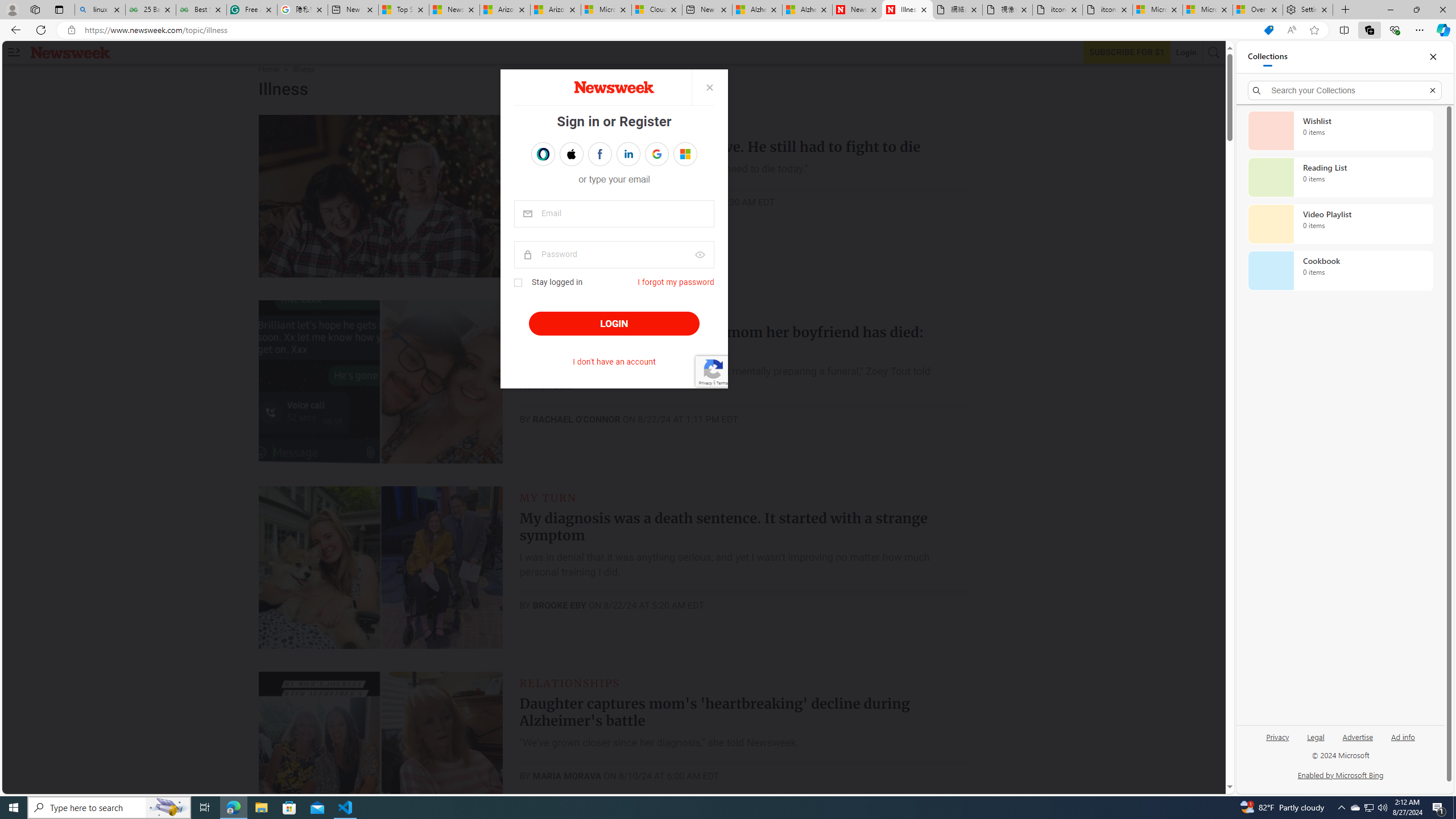 This screenshot has width=1456, height=819. Describe the element at coordinates (1433, 56) in the screenshot. I see `'Close'` at that location.